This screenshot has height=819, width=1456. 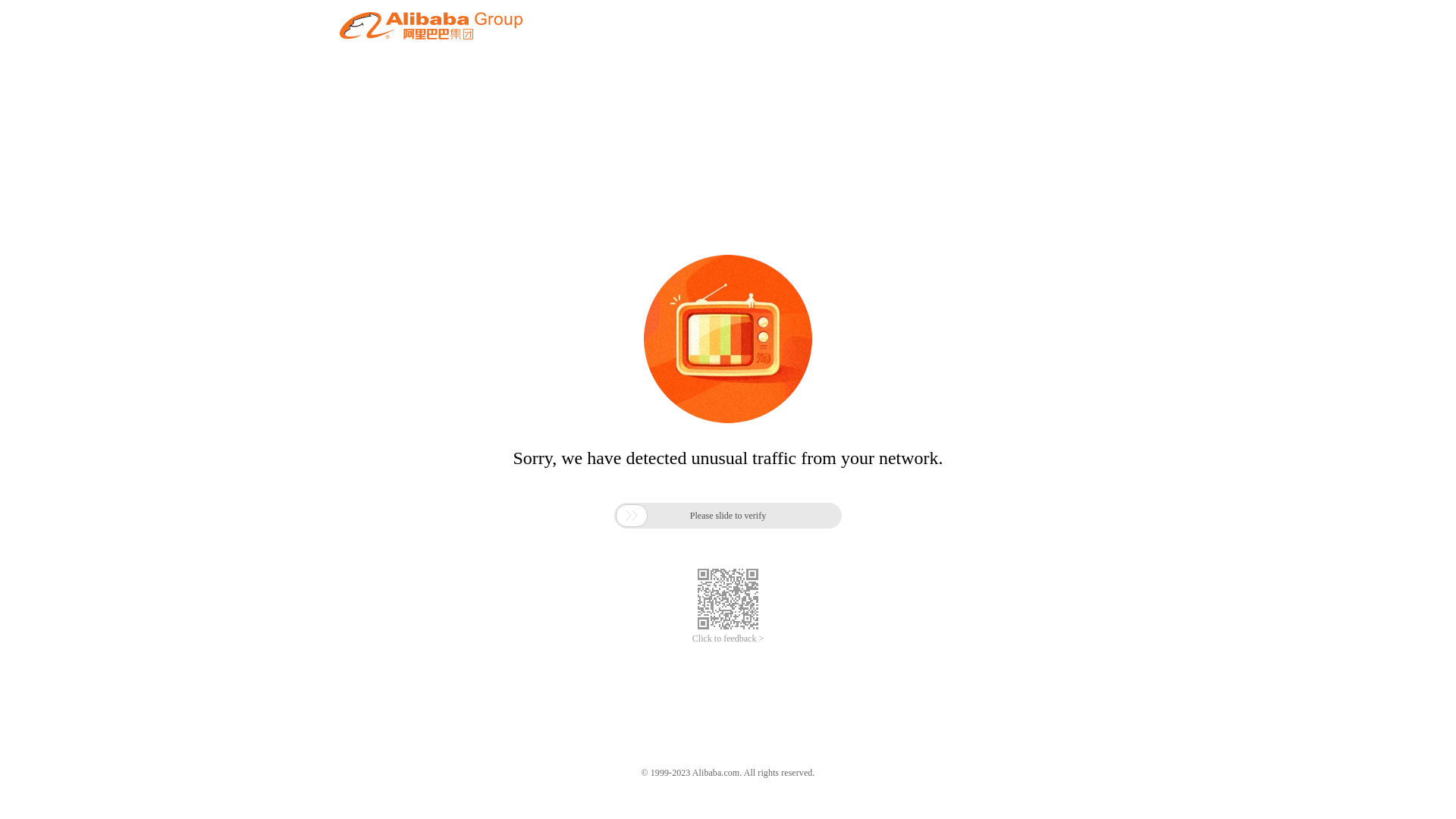 I want to click on 'Click to feedback >', so click(x=728, y=639).